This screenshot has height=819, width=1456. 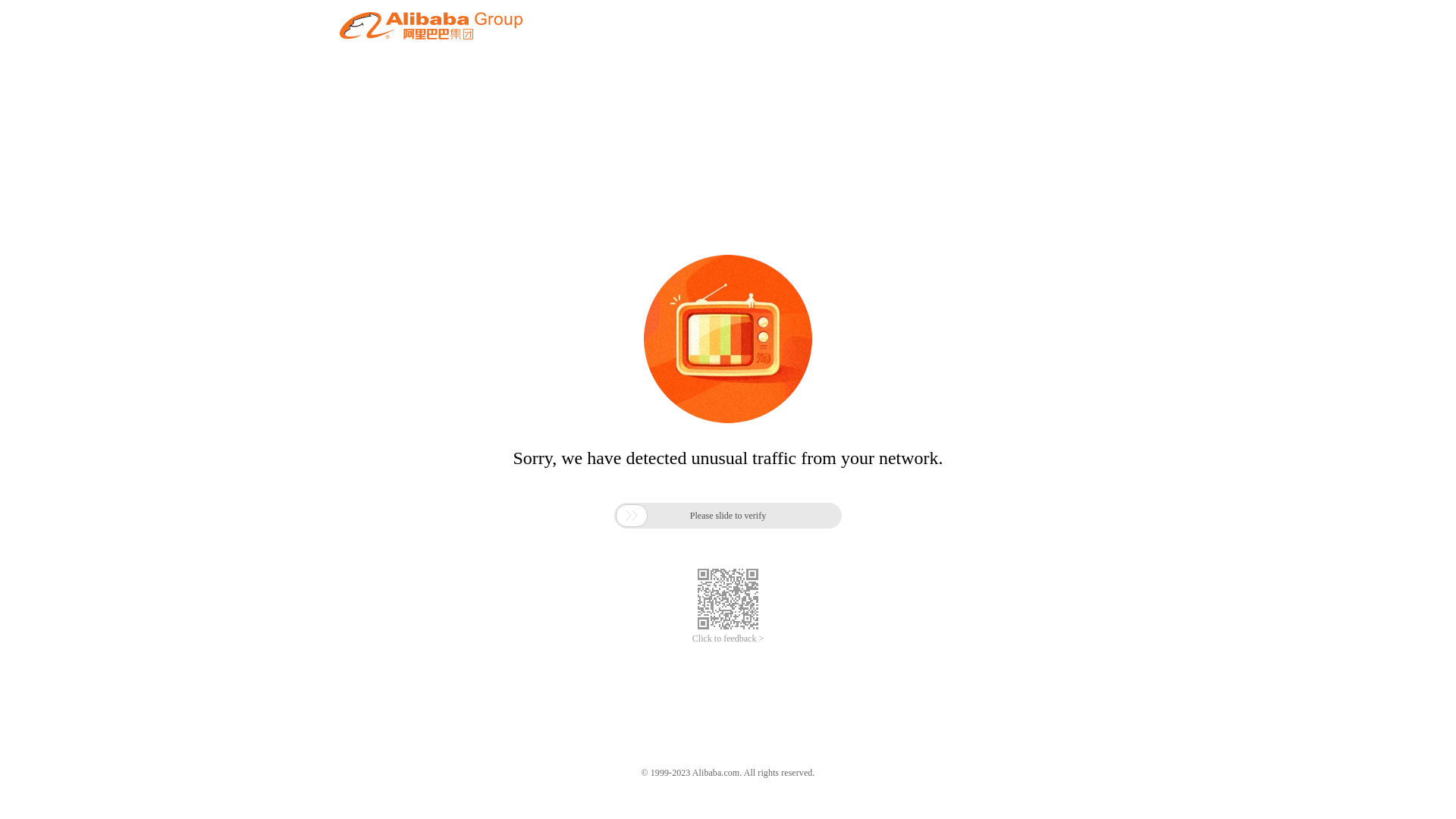 I want to click on 'Click to feedback >', so click(x=728, y=639).